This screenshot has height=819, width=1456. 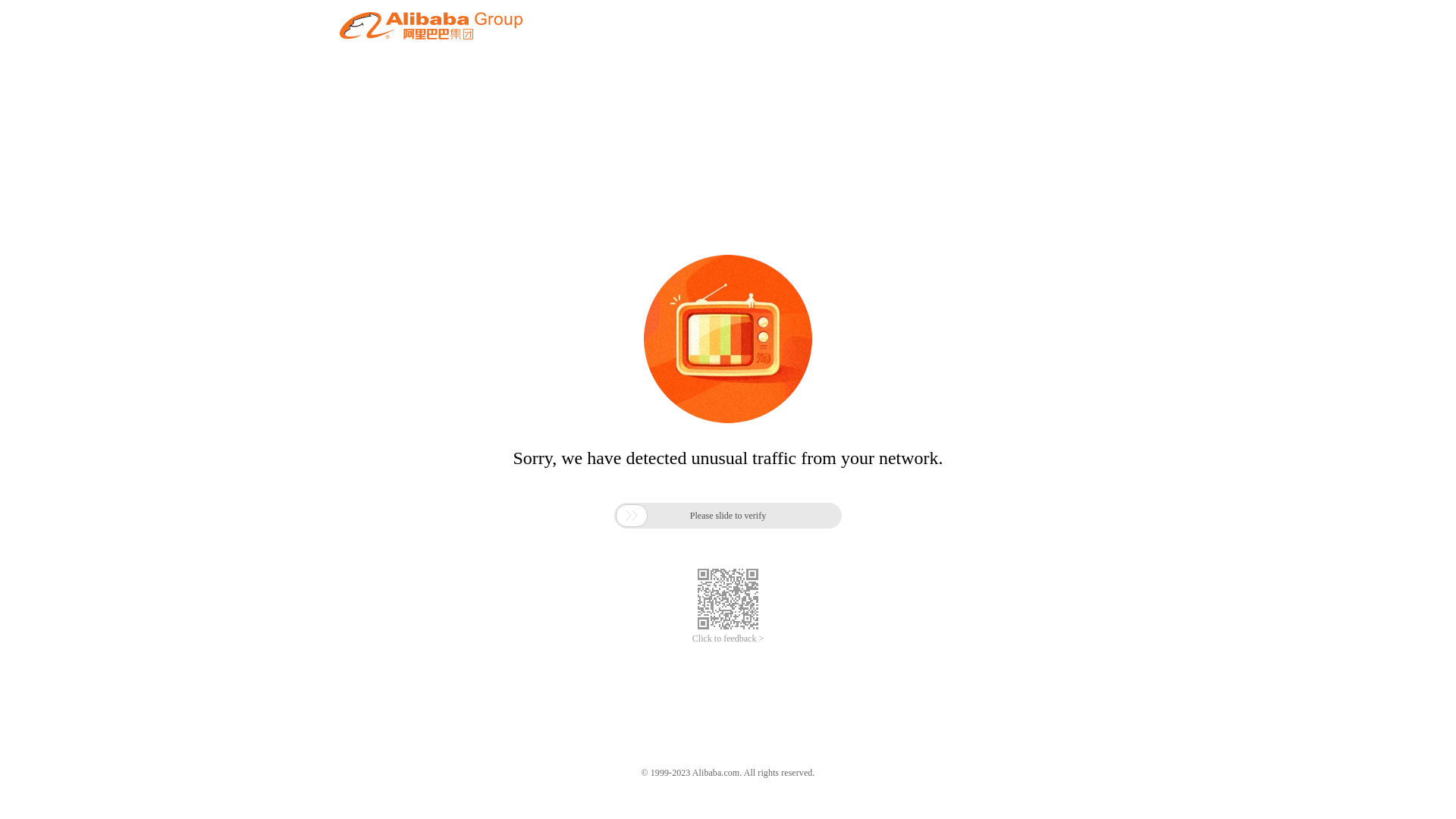 I want to click on 'Click to feedback >', so click(x=728, y=639).